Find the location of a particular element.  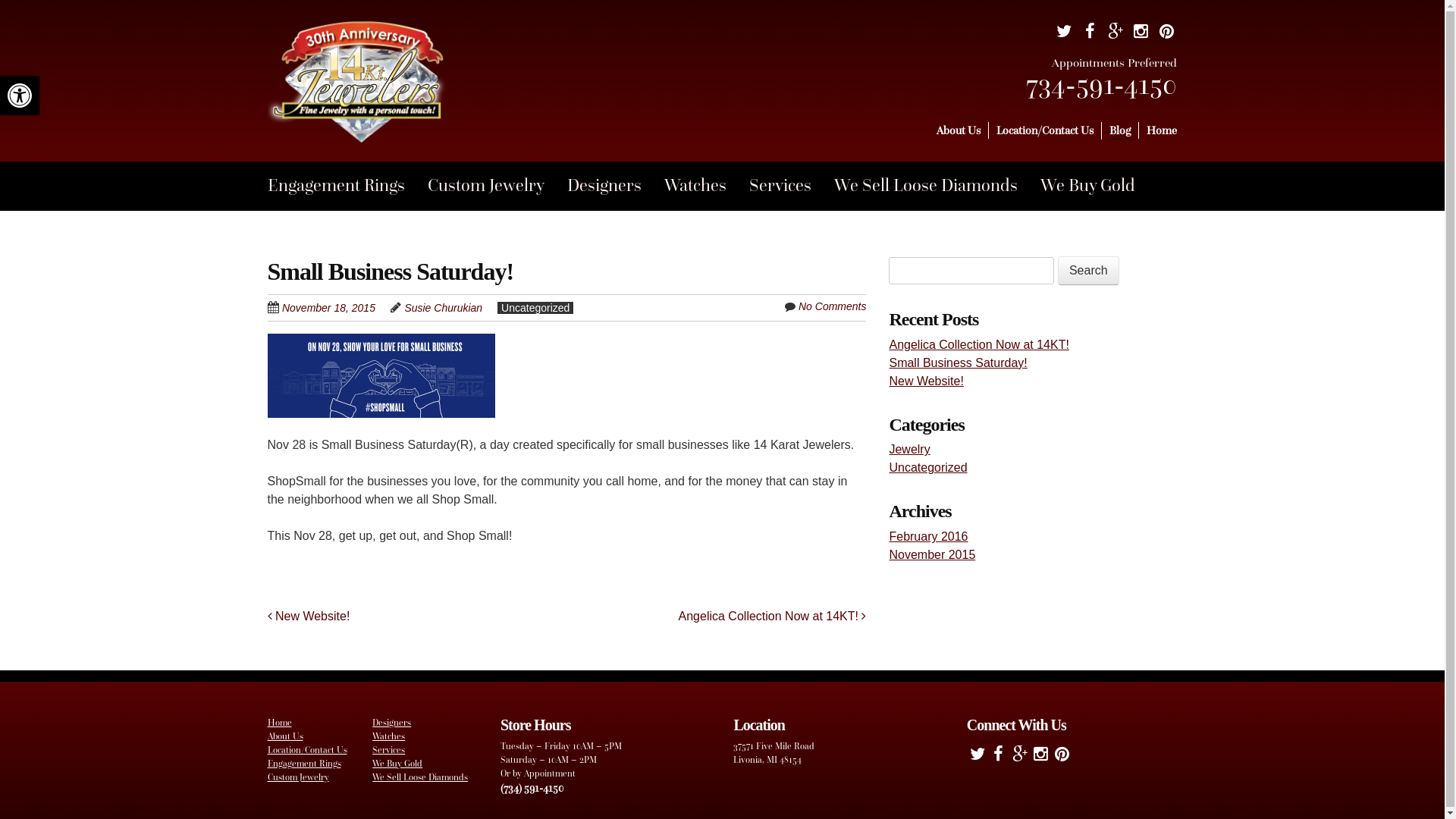

'Jewelry' is located at coordinates (888, 448).